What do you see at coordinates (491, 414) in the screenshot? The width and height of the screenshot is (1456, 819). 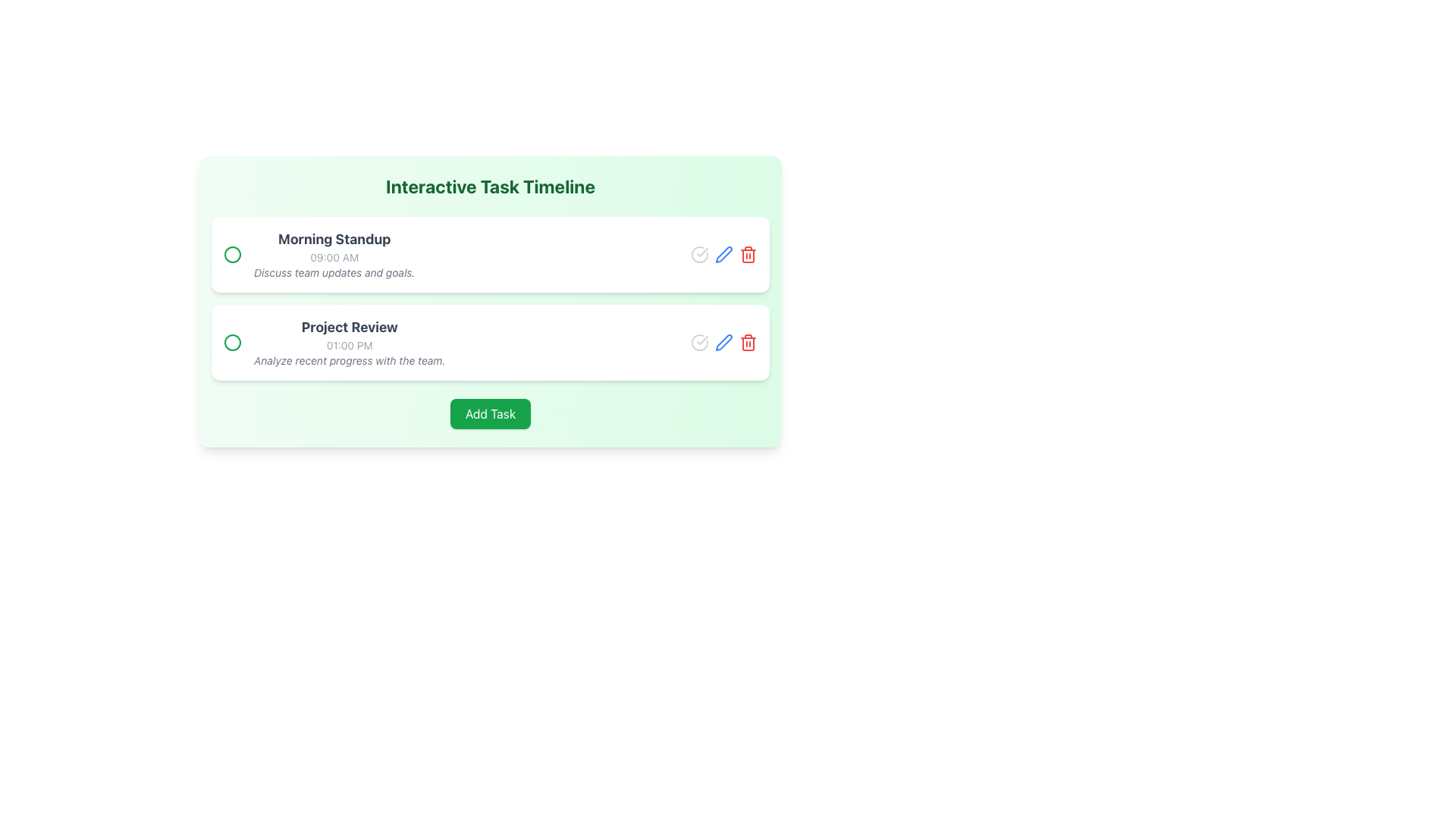 I see `the button for adding a new task within the 'Interactive Task Timeline' card to observe any visual feedback indicating interactivity` at bounding box center [491, 414].